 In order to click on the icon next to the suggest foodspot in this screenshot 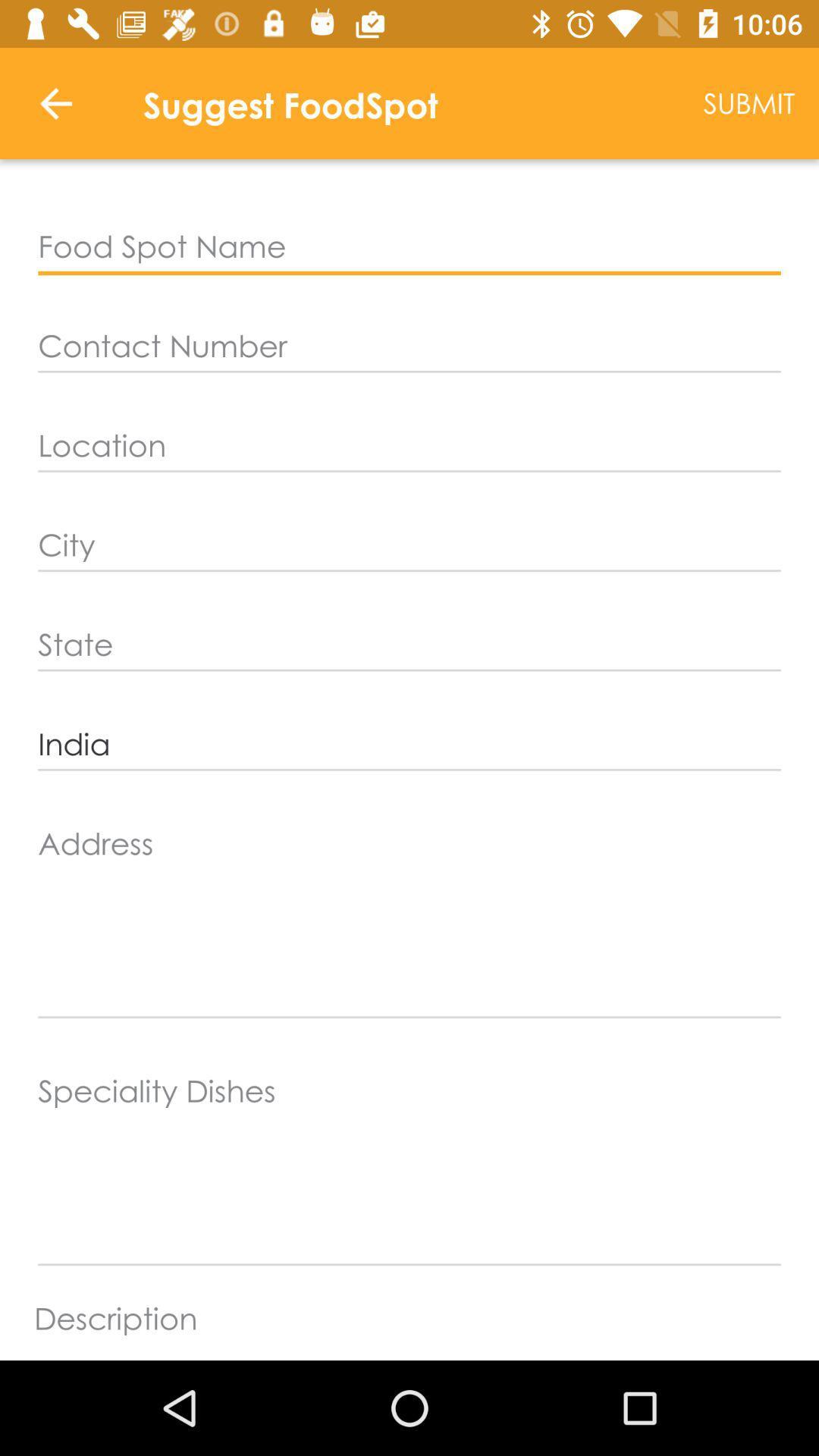, I will do `click(55, 102)`.